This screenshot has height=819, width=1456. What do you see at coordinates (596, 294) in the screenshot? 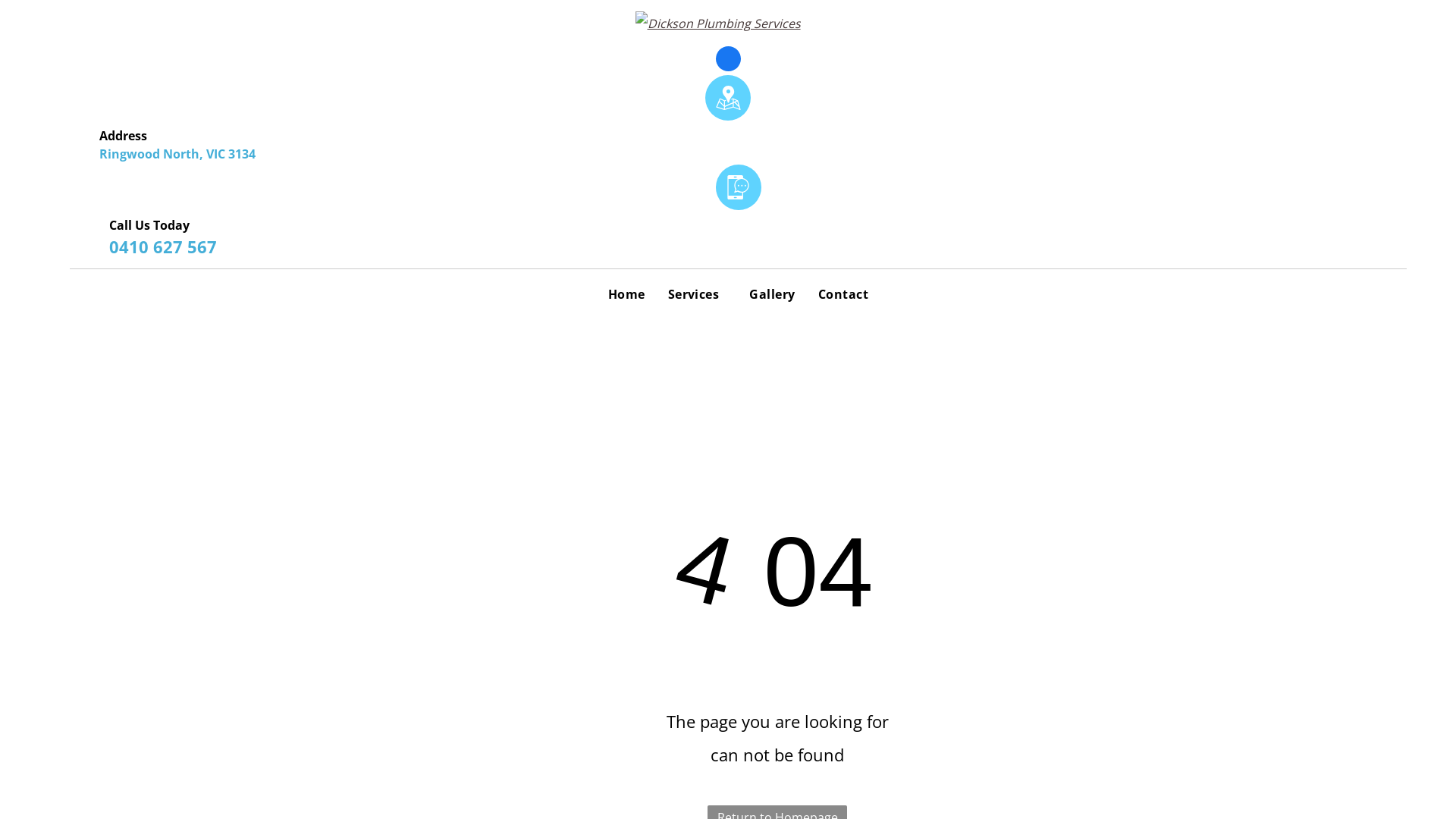
I see `'Home'` at bounding box center [596, 294].